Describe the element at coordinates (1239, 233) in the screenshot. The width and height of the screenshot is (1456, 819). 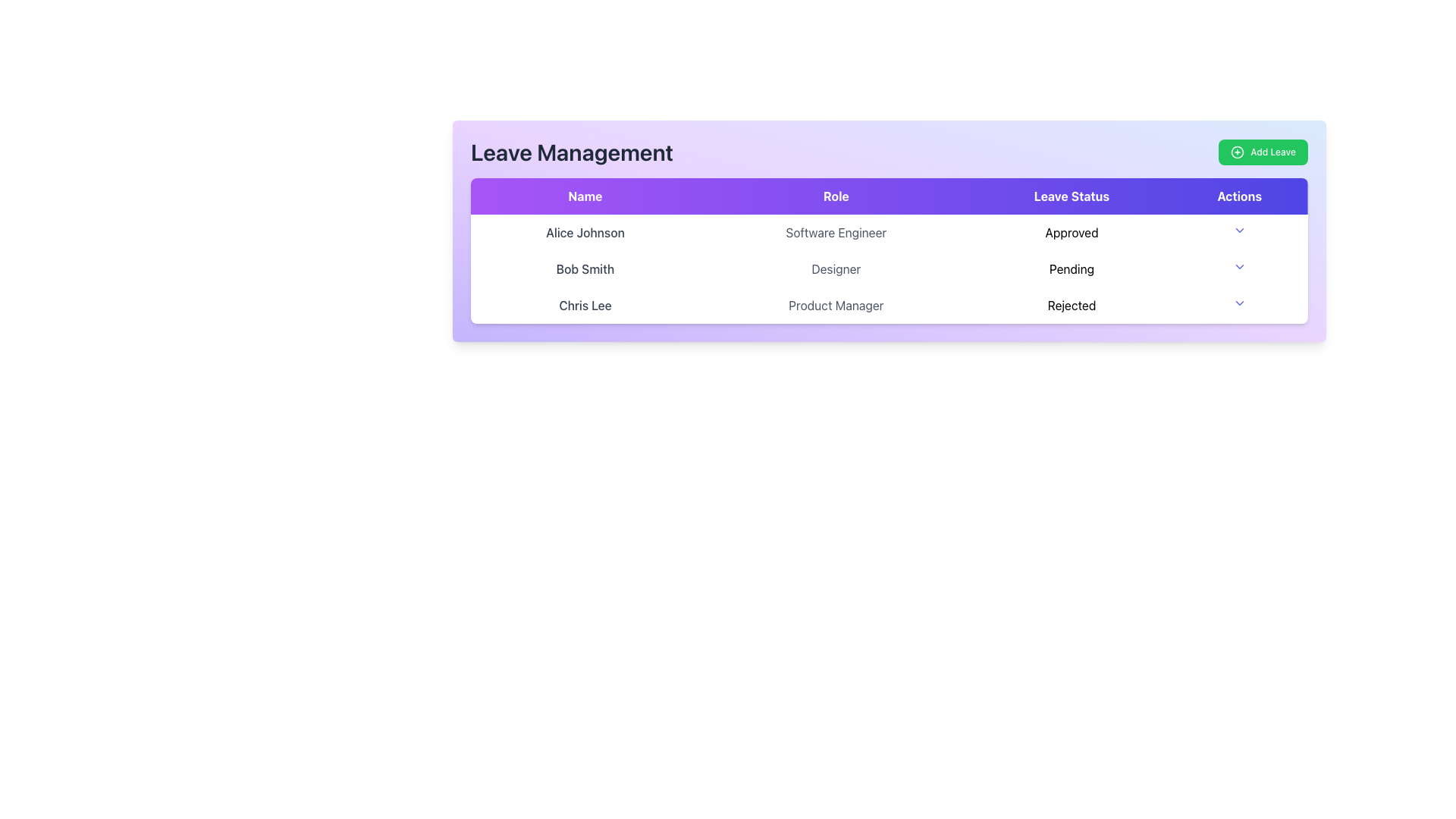
I see `the downward-facing blue chevron icon in the 'Actions' column of the first row` at that location.